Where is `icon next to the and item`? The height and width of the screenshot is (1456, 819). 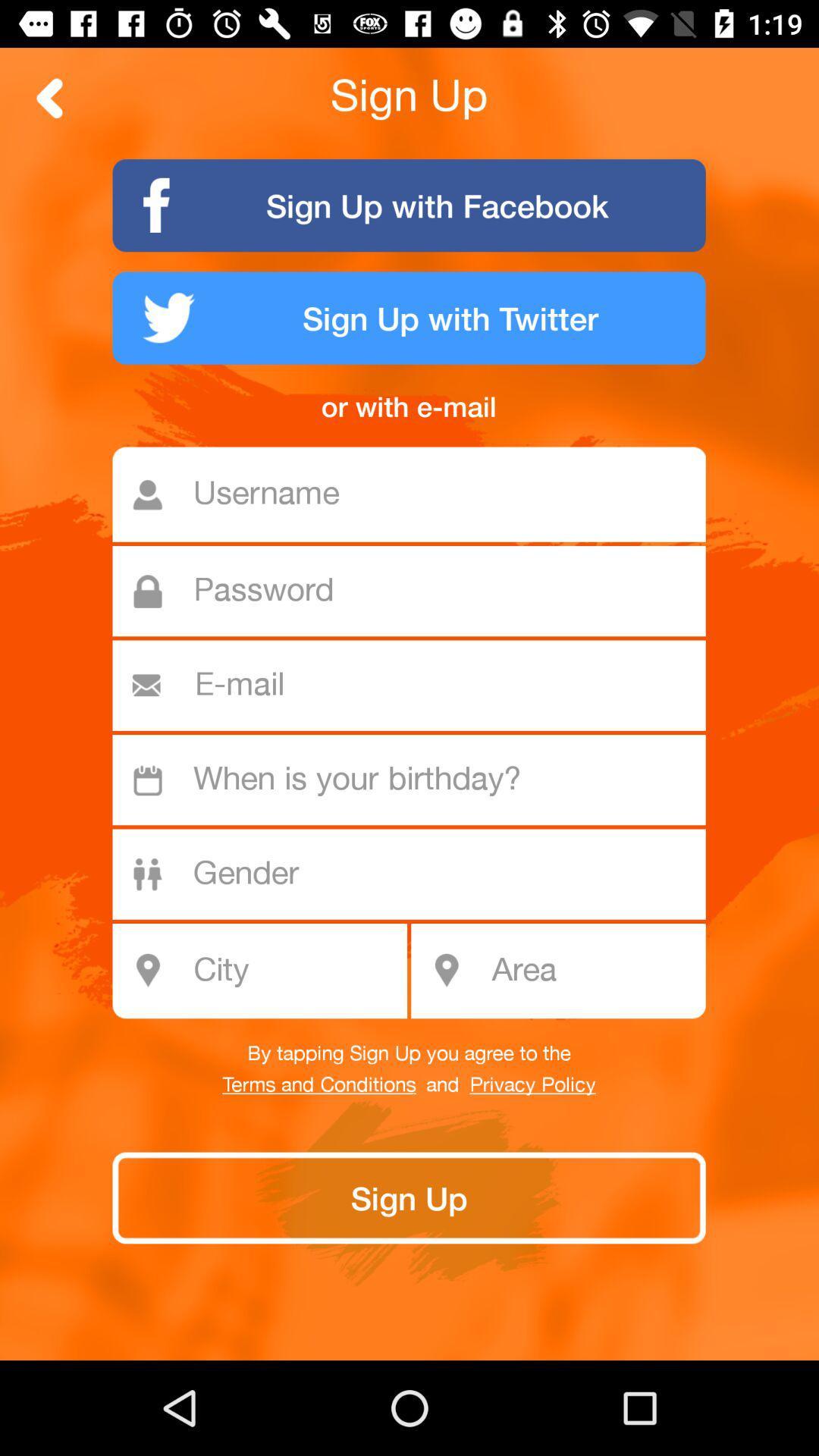
icon next to the and item is located at coordinates (318, 1084).